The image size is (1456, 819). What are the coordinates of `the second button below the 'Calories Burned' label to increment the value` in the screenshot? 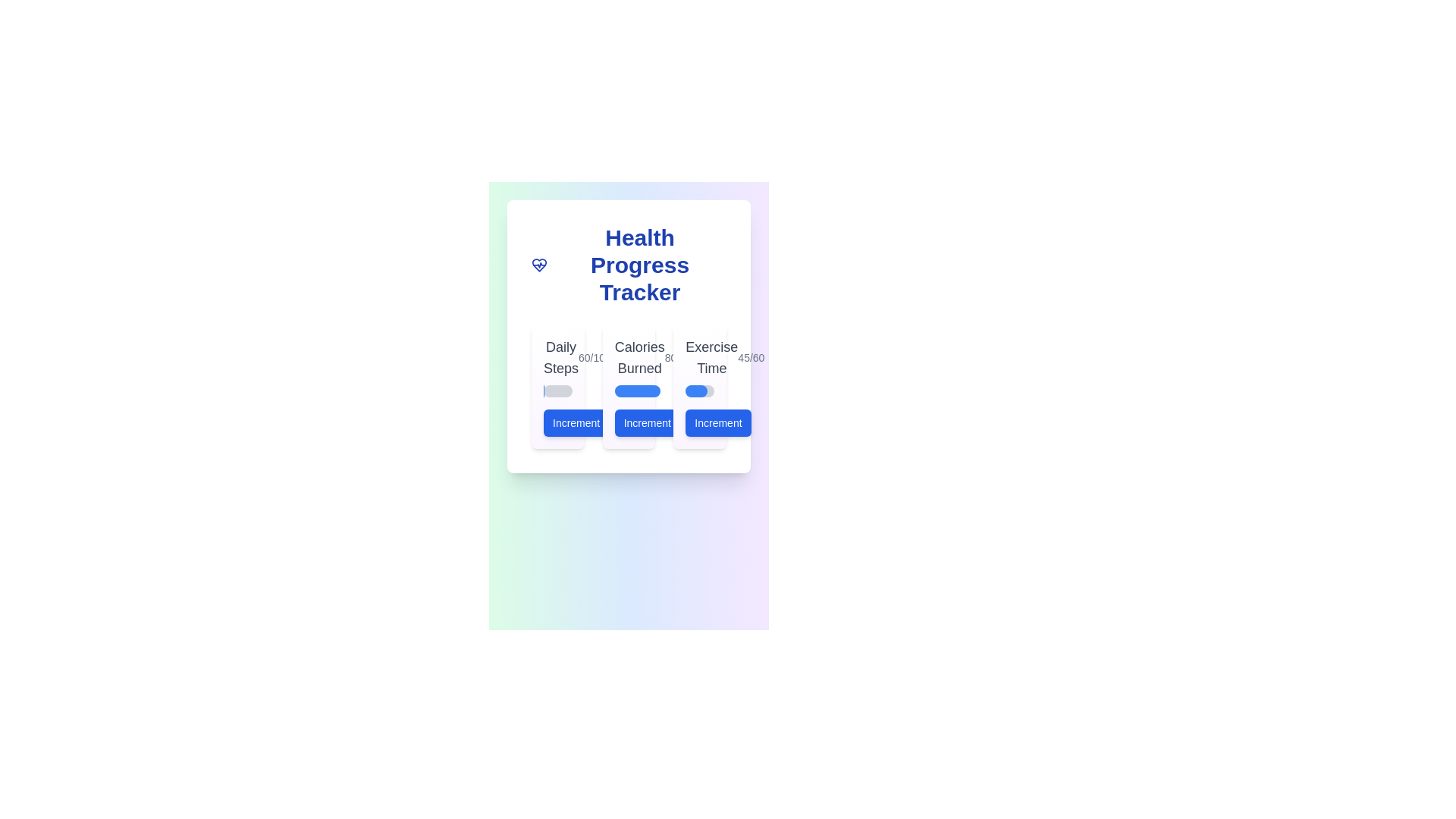 It's located at (647, 423).